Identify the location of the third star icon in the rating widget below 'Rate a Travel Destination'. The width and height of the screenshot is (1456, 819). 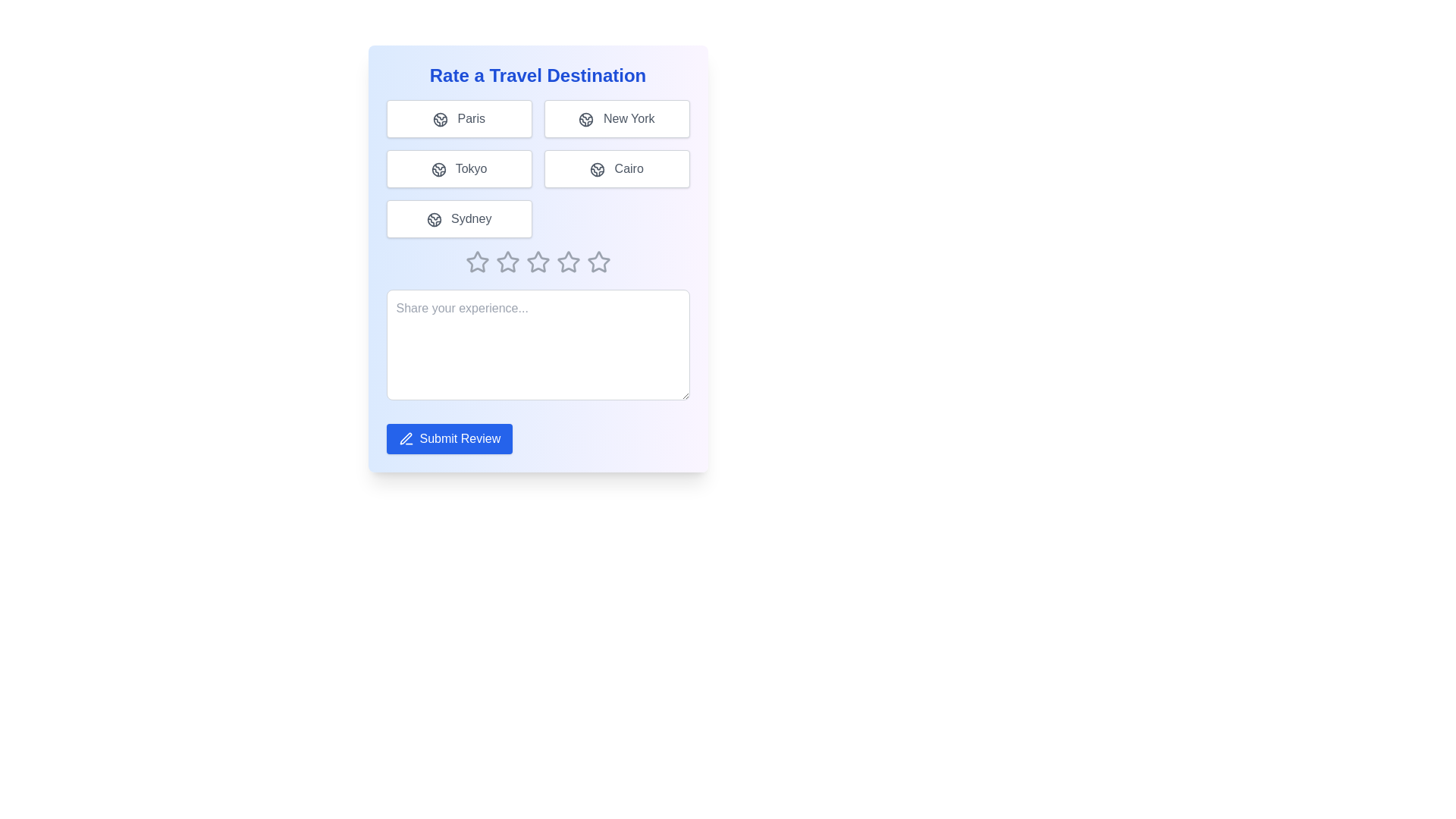
(507, 262).